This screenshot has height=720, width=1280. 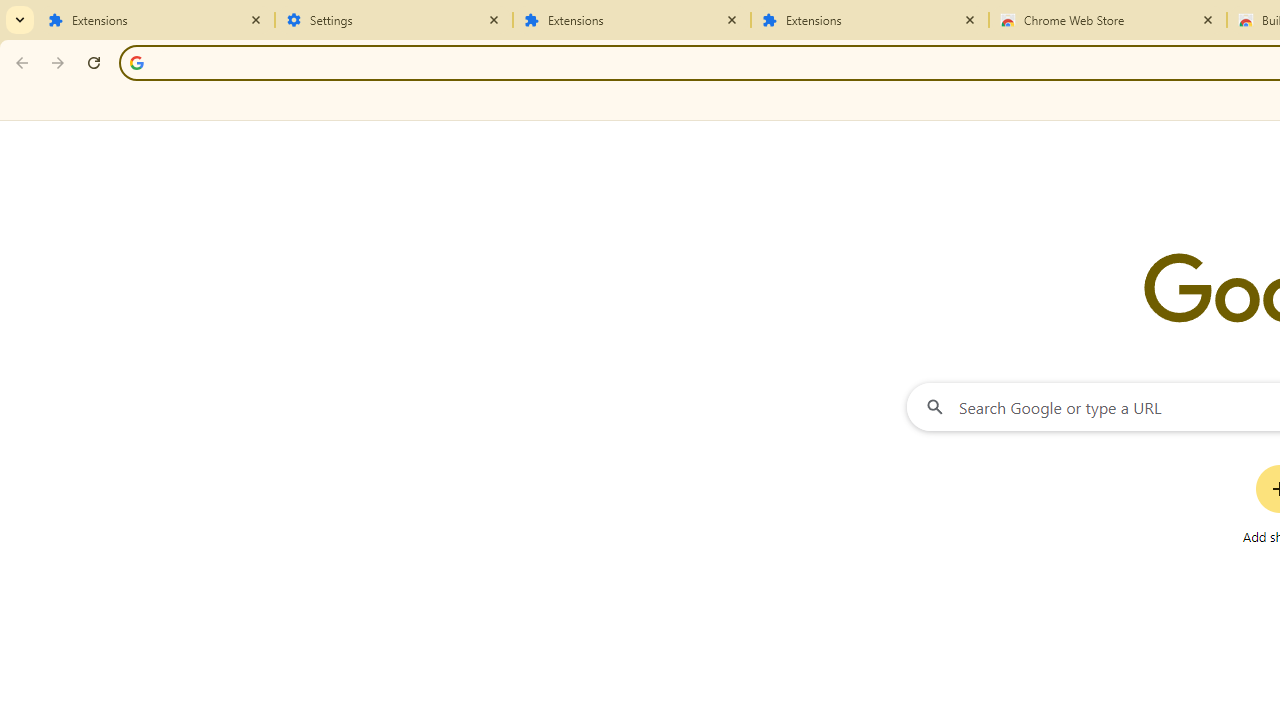 I want to click on 'Settings', so click(x=394, y=20).